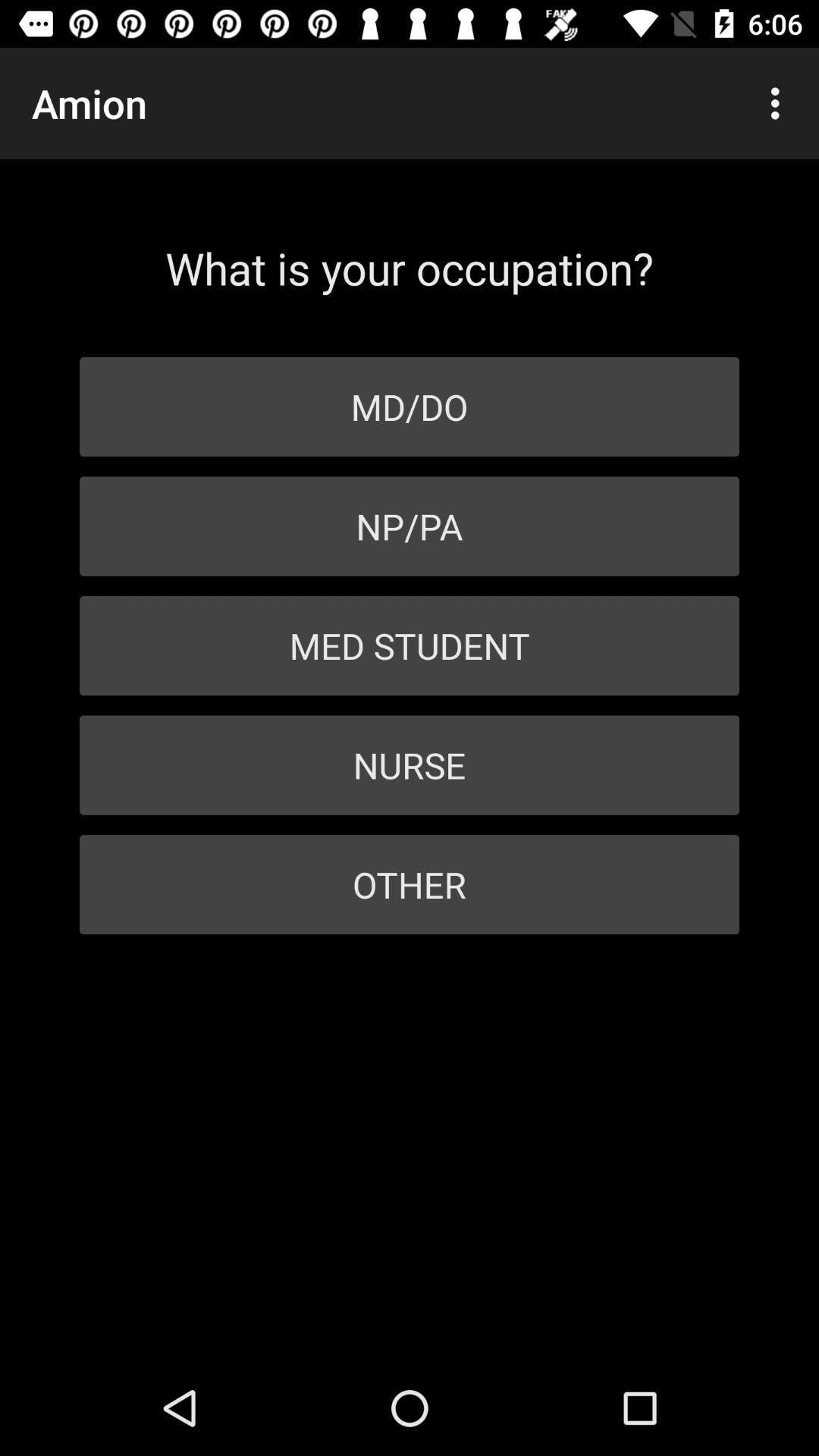 This screenshot has width=819, height=1456. I want to click on the item below what is your icon, so click(409, 406).